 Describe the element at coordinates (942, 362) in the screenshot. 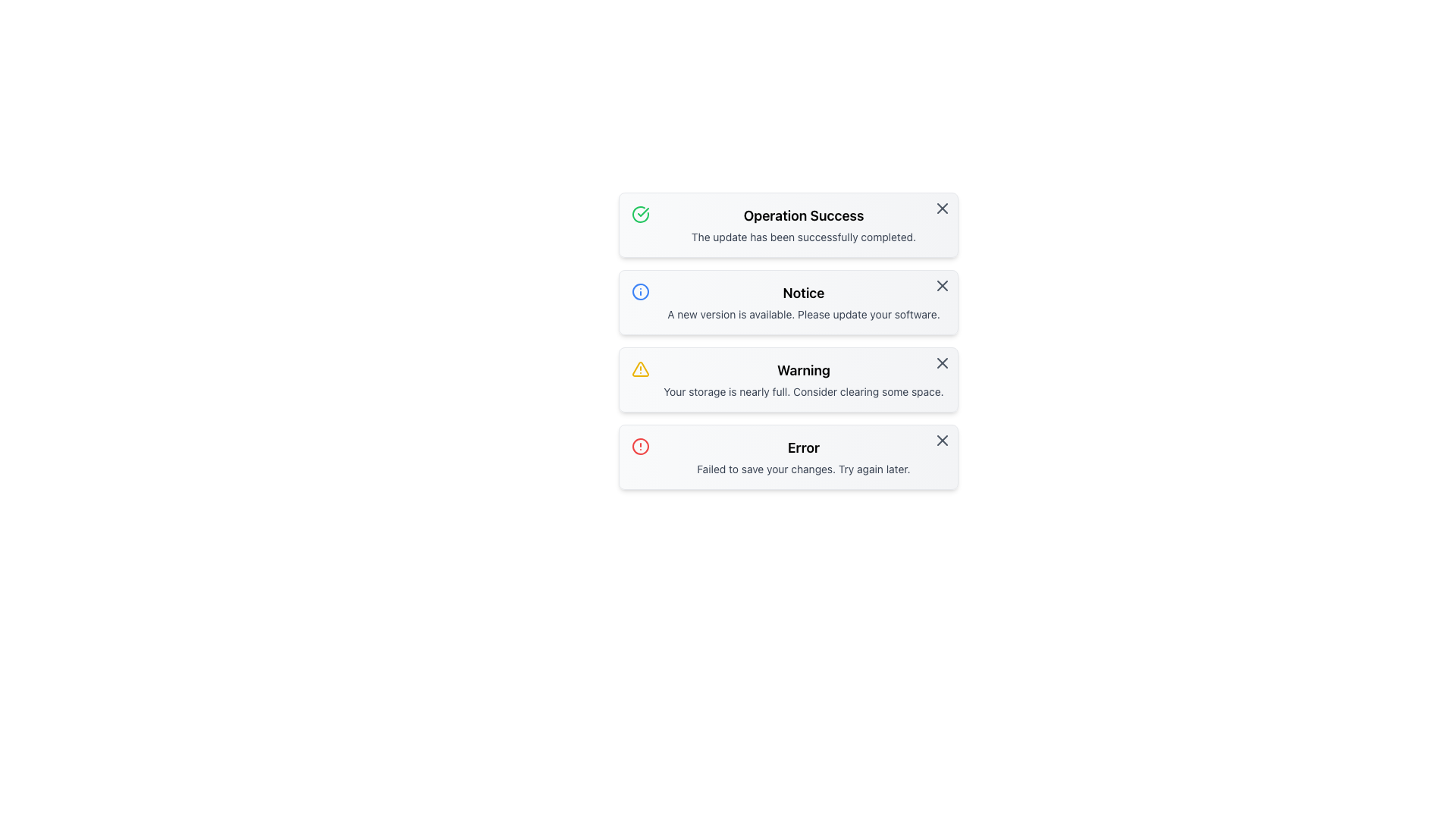

I see `the close ('X') button located at the top-right corner of the 'Warning' notification card` at that location.